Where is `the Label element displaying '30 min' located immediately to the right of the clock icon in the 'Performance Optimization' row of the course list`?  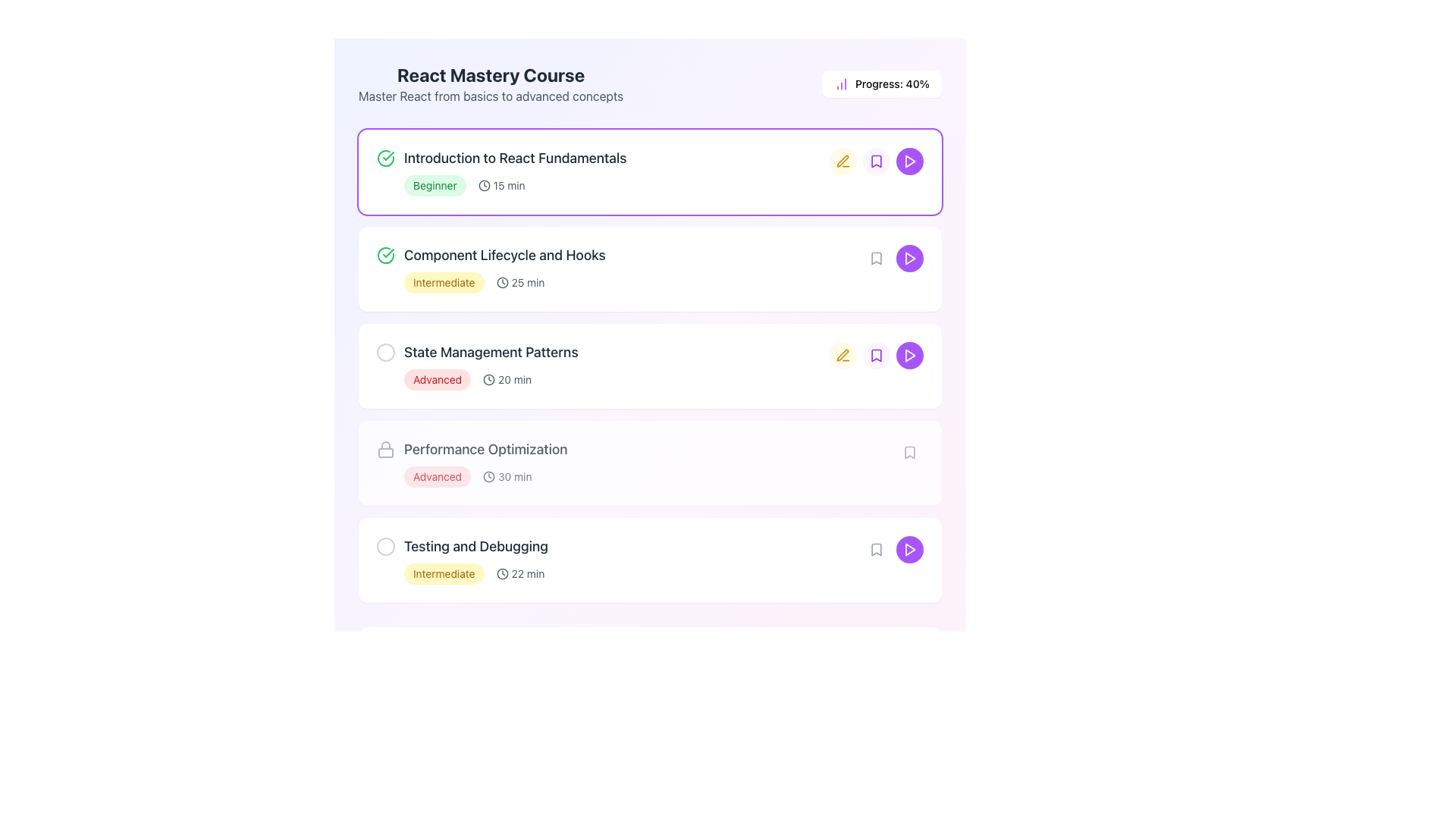 the Label element displaying '30 min' located immediately to the right of the clock icon in the 'Performance Optimization' row of the course list is located at coordinates (515, 475).